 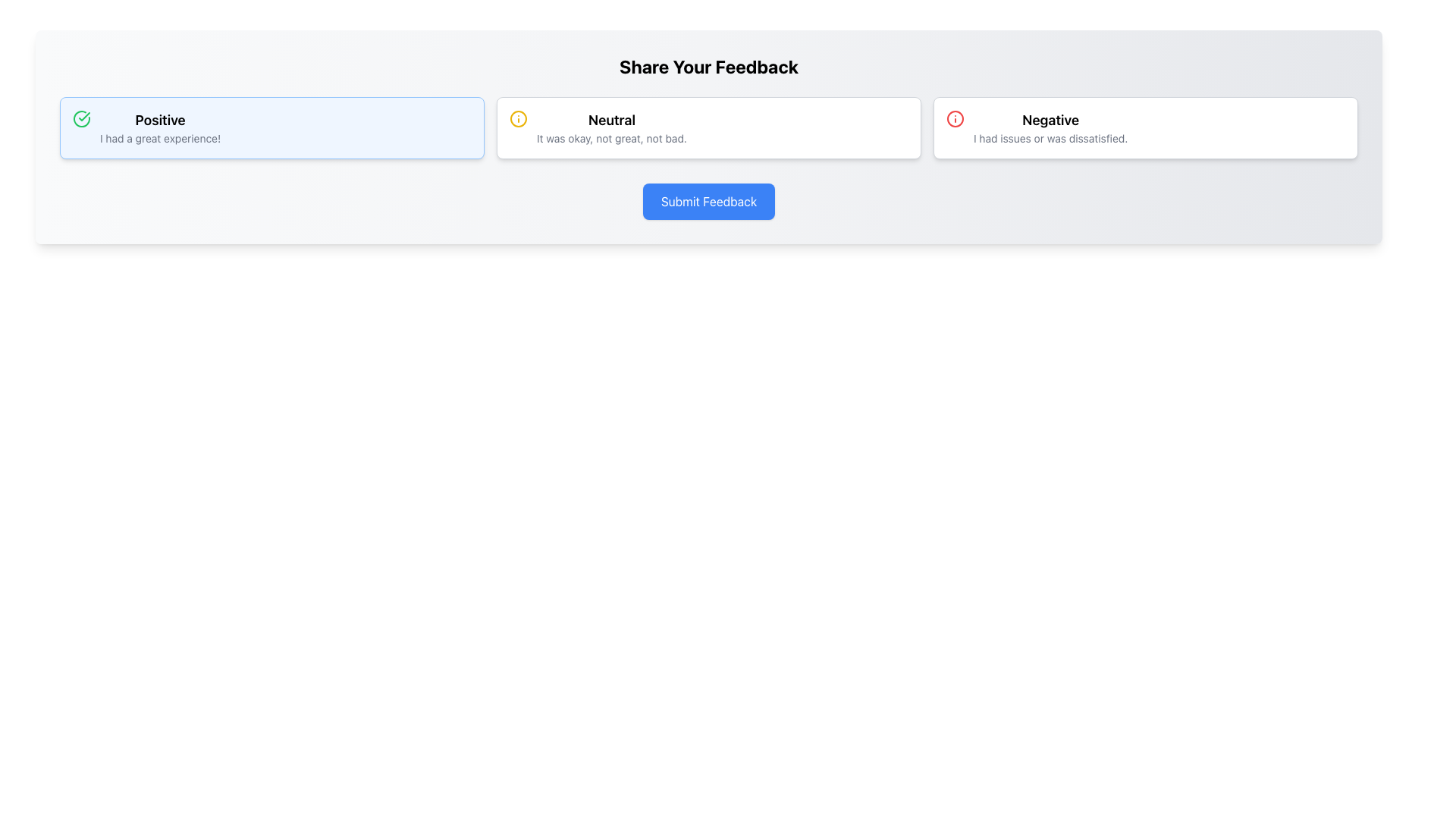 What do you see at coordinates (272, 127) in the screenshot?
I see `the Feedback option card representing a positive experience, located at the first position in the group of three feedback options` at bounding box center [272, 127].